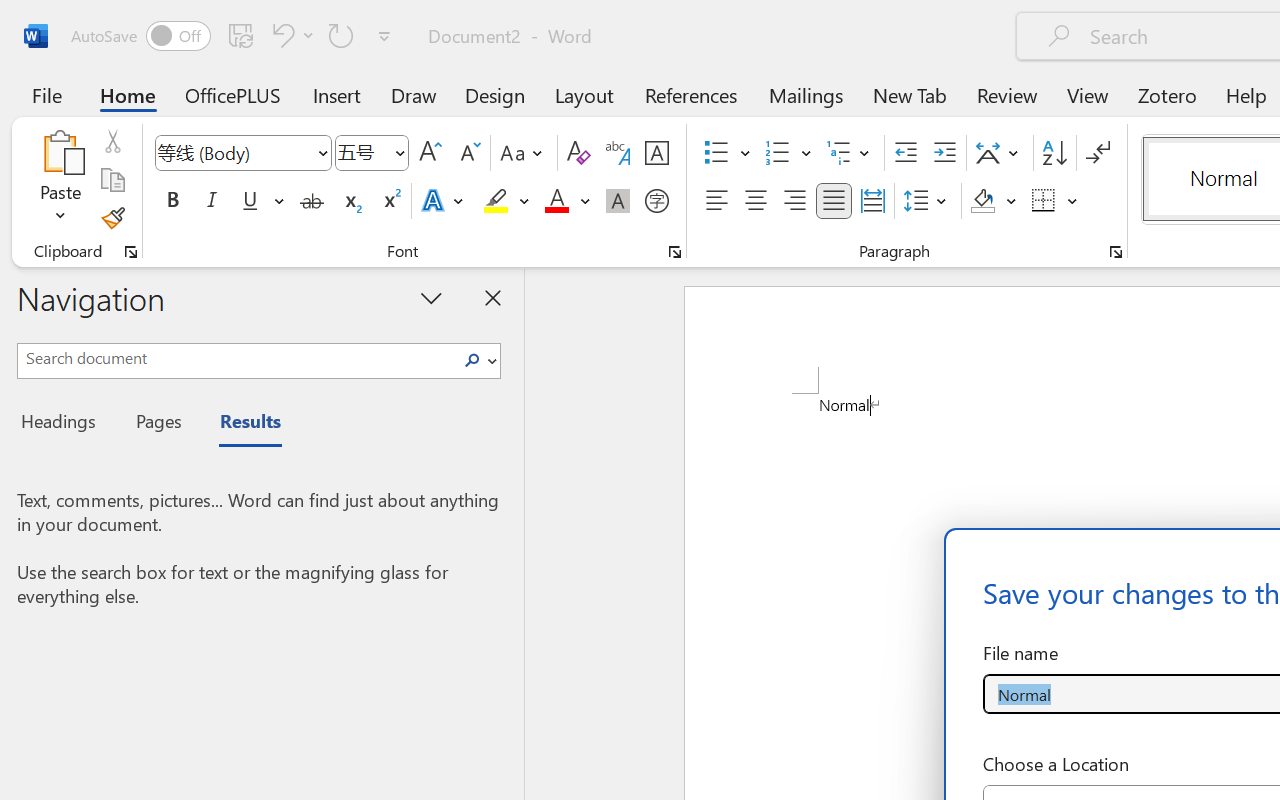 Image resolution: width=1280 pixels, height=800 pixels. Describe the element at coordinates (793, 201) in the screenshot. I see `'Align Right'` at that location.